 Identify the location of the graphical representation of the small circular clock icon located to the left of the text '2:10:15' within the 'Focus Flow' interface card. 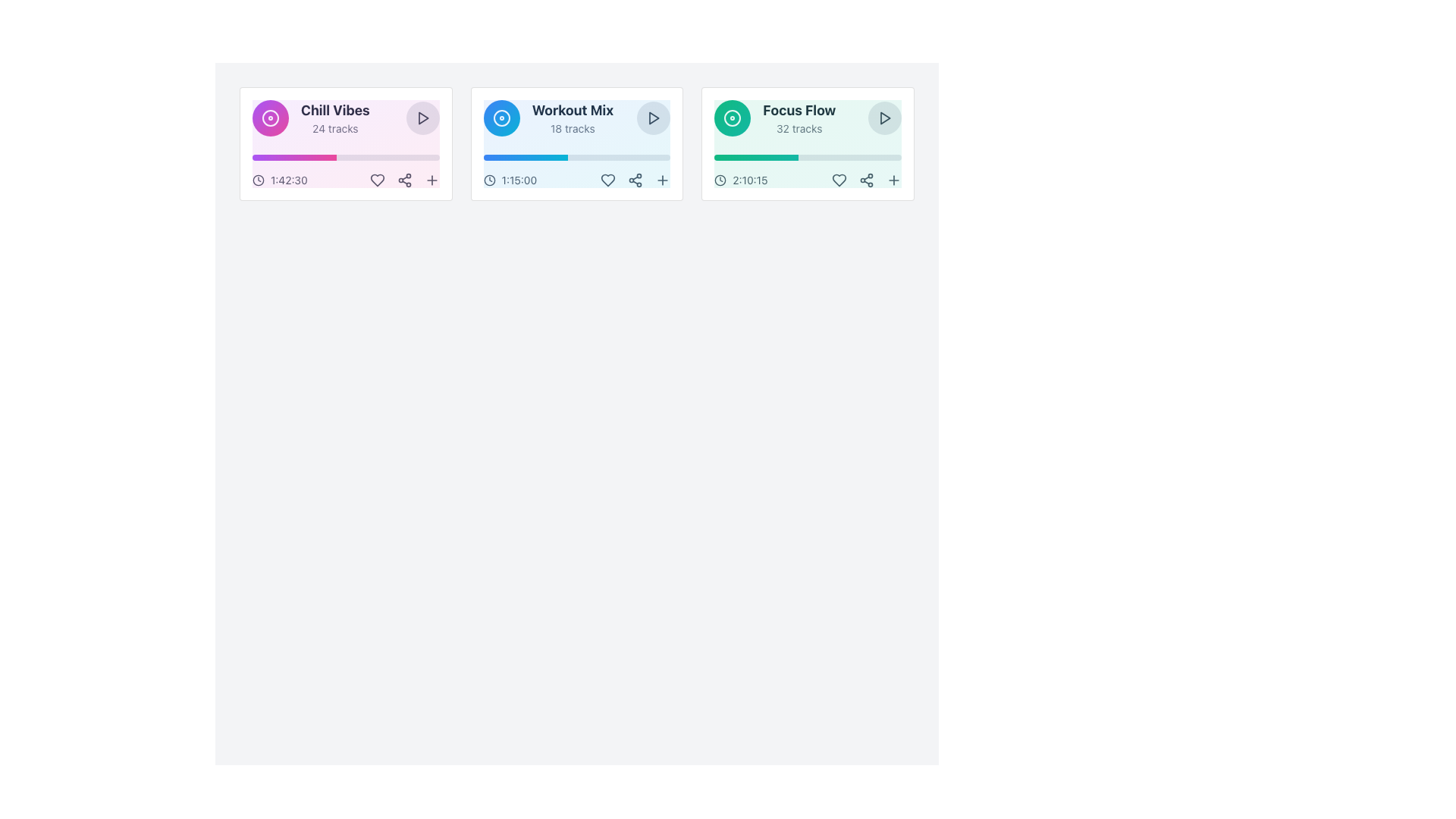
(720, 180).